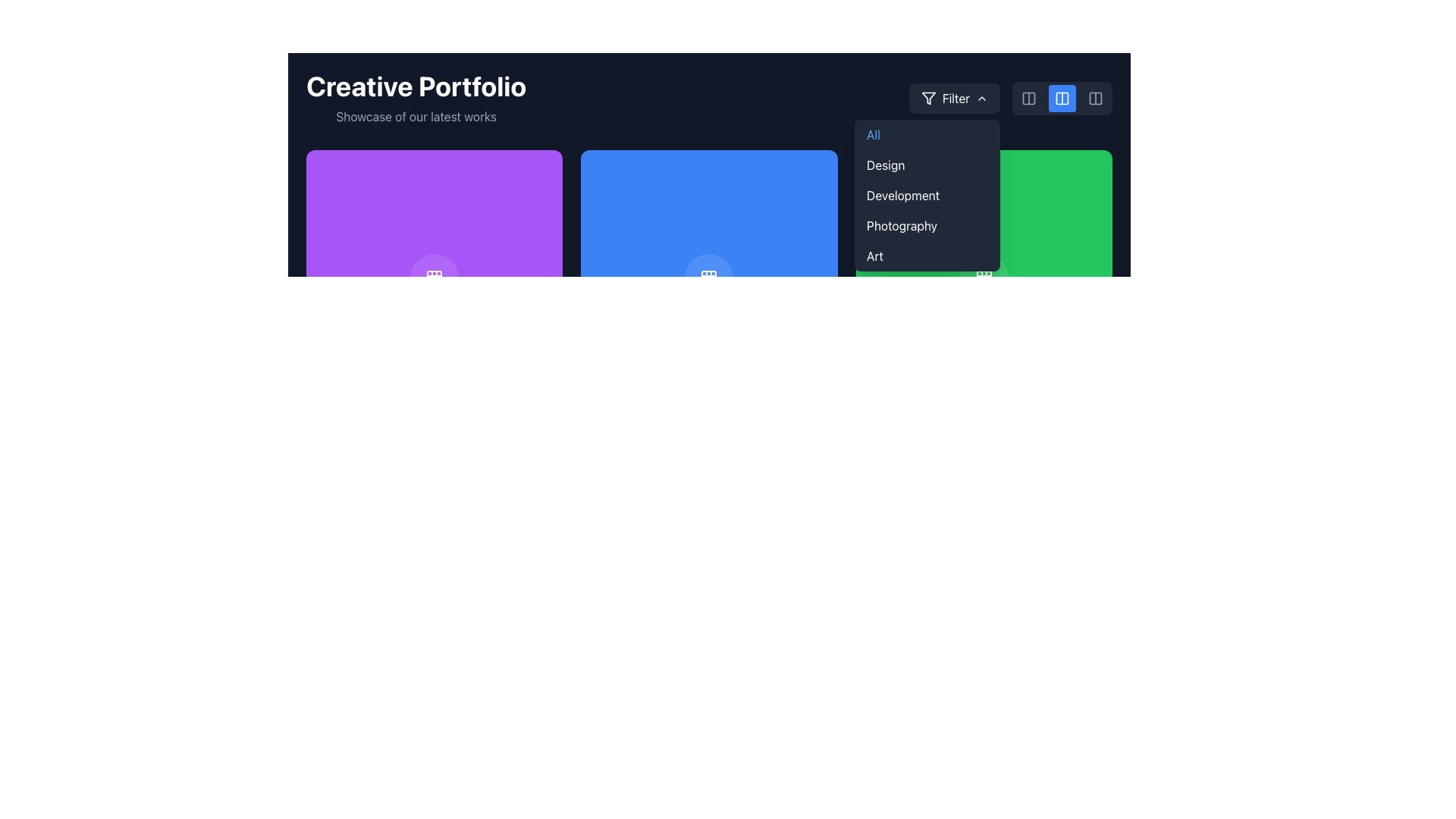 This screenshot has height=819, width=1456. I want to click on the Dropdown Toggle Button located at the top-right corner of the navigation bar, so click(953, 99).